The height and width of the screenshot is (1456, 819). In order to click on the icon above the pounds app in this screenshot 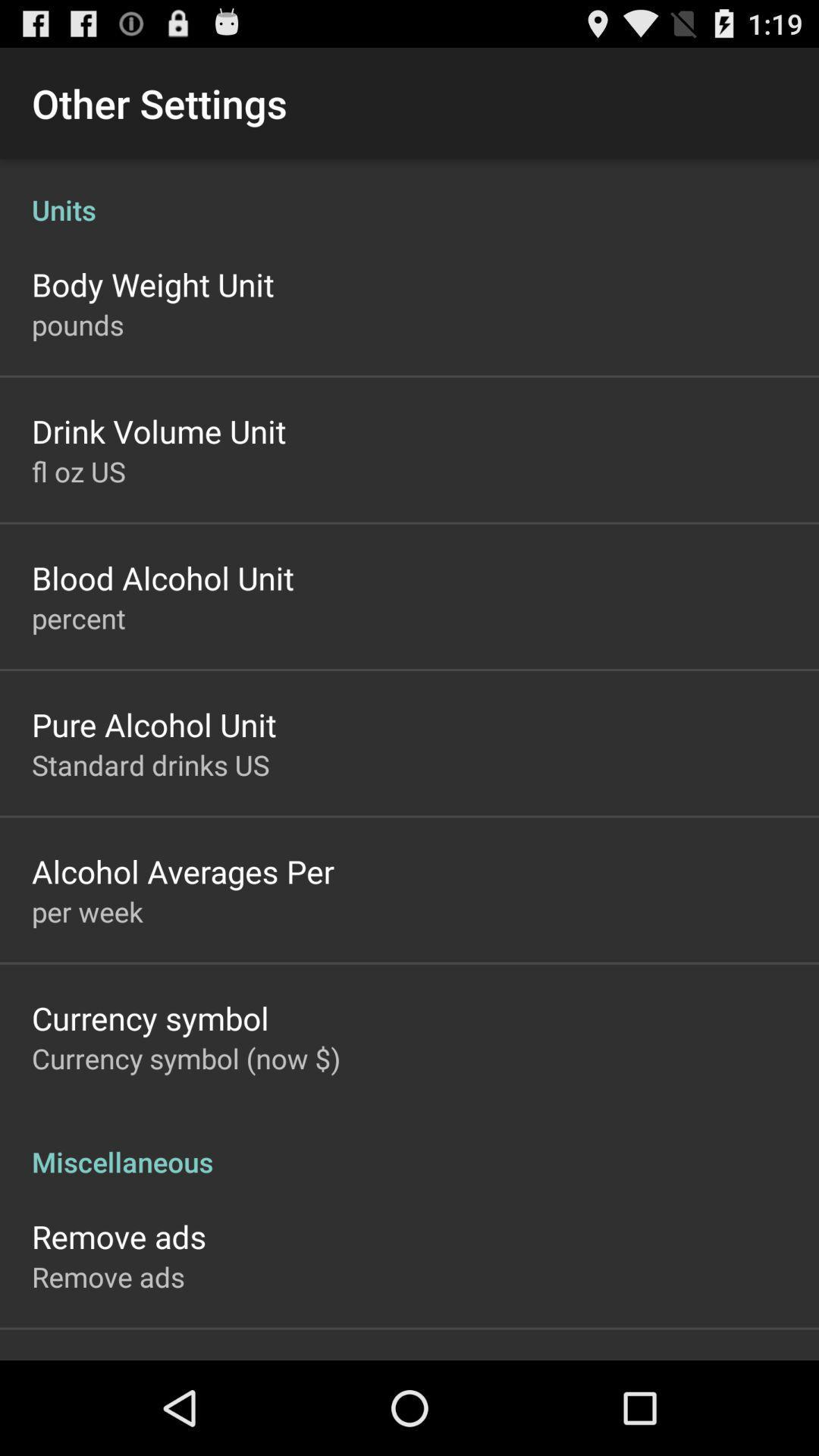, I will do `click(152, 284)`.